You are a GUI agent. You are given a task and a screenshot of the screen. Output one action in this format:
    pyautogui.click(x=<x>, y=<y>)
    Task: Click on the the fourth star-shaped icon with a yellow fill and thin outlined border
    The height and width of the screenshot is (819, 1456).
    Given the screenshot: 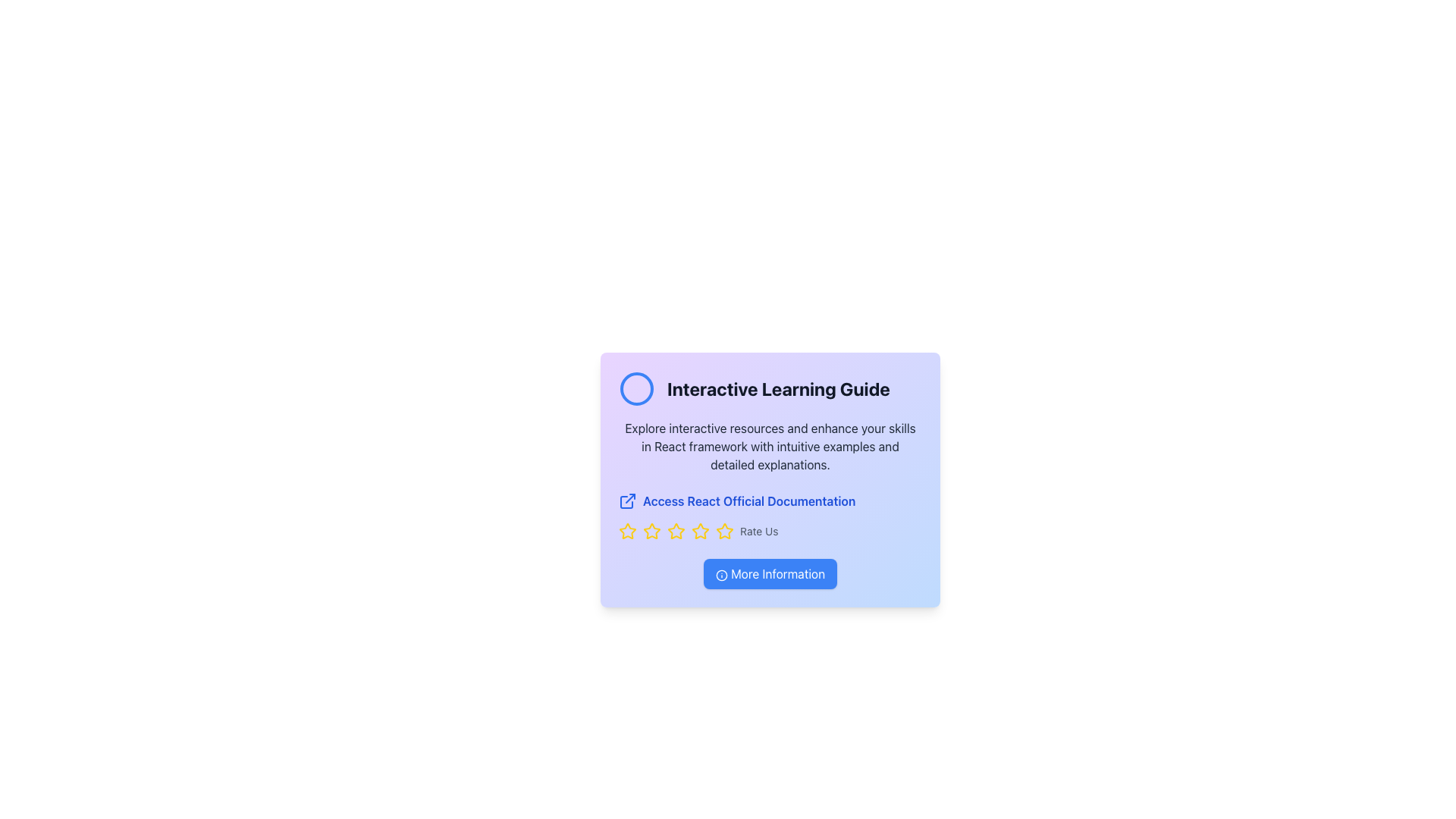 What is the action you would take?
    pyautogui.click(x=700, y=530)
    